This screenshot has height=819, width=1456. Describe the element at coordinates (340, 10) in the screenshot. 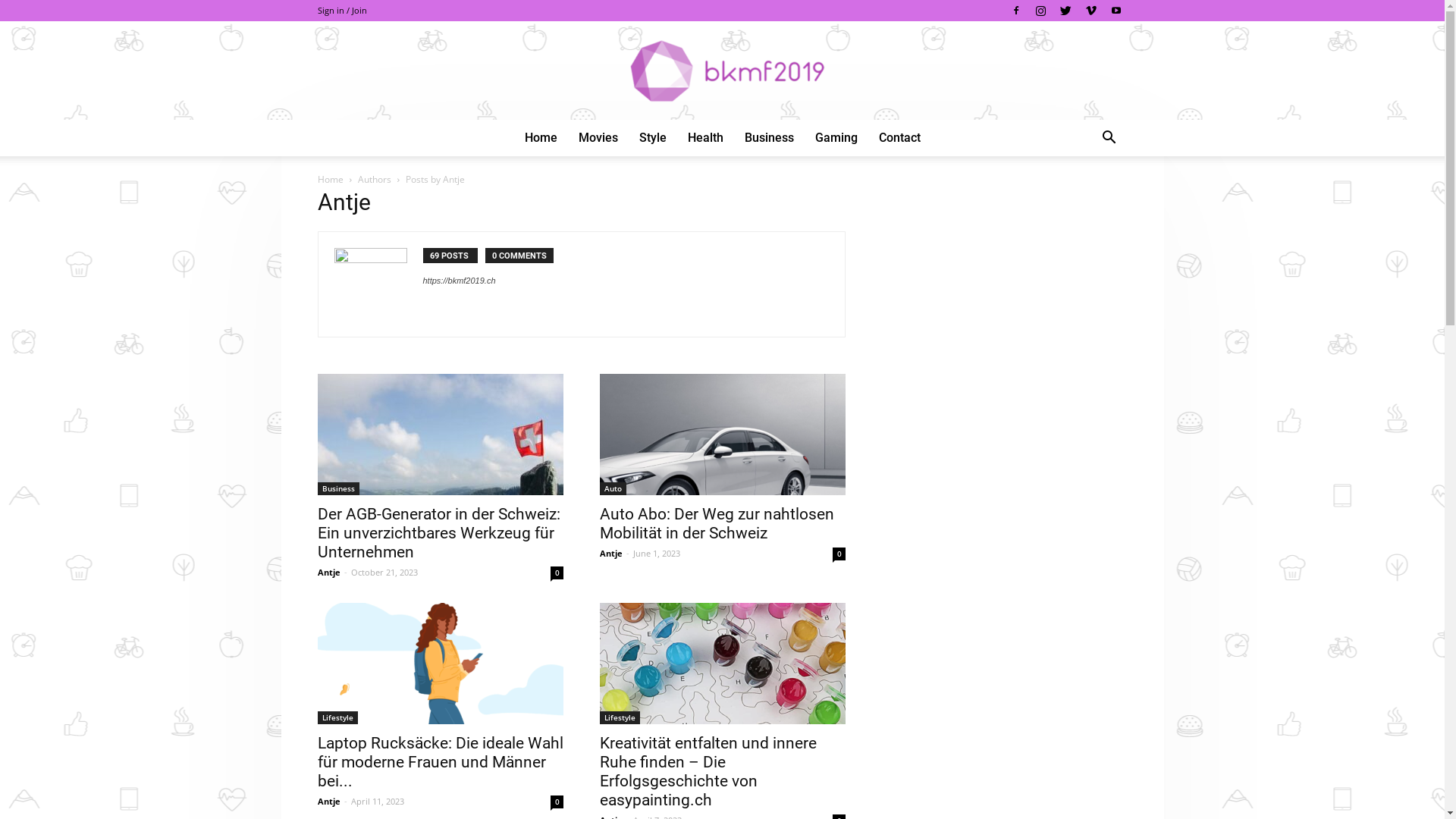

I see `'Sign in / Join'` at that location.